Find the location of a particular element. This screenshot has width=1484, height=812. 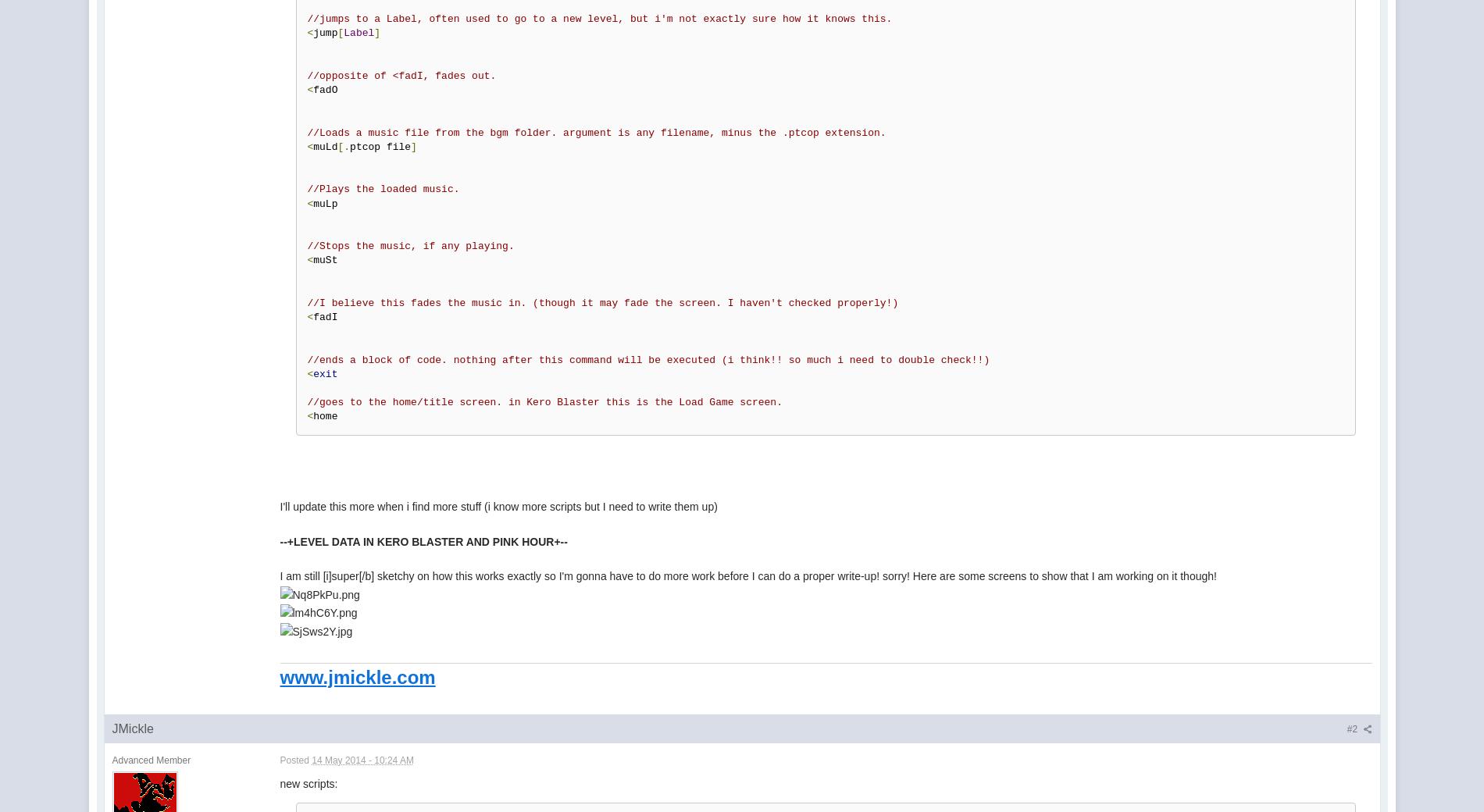

'#2' is located at coordinates (1352, 729).